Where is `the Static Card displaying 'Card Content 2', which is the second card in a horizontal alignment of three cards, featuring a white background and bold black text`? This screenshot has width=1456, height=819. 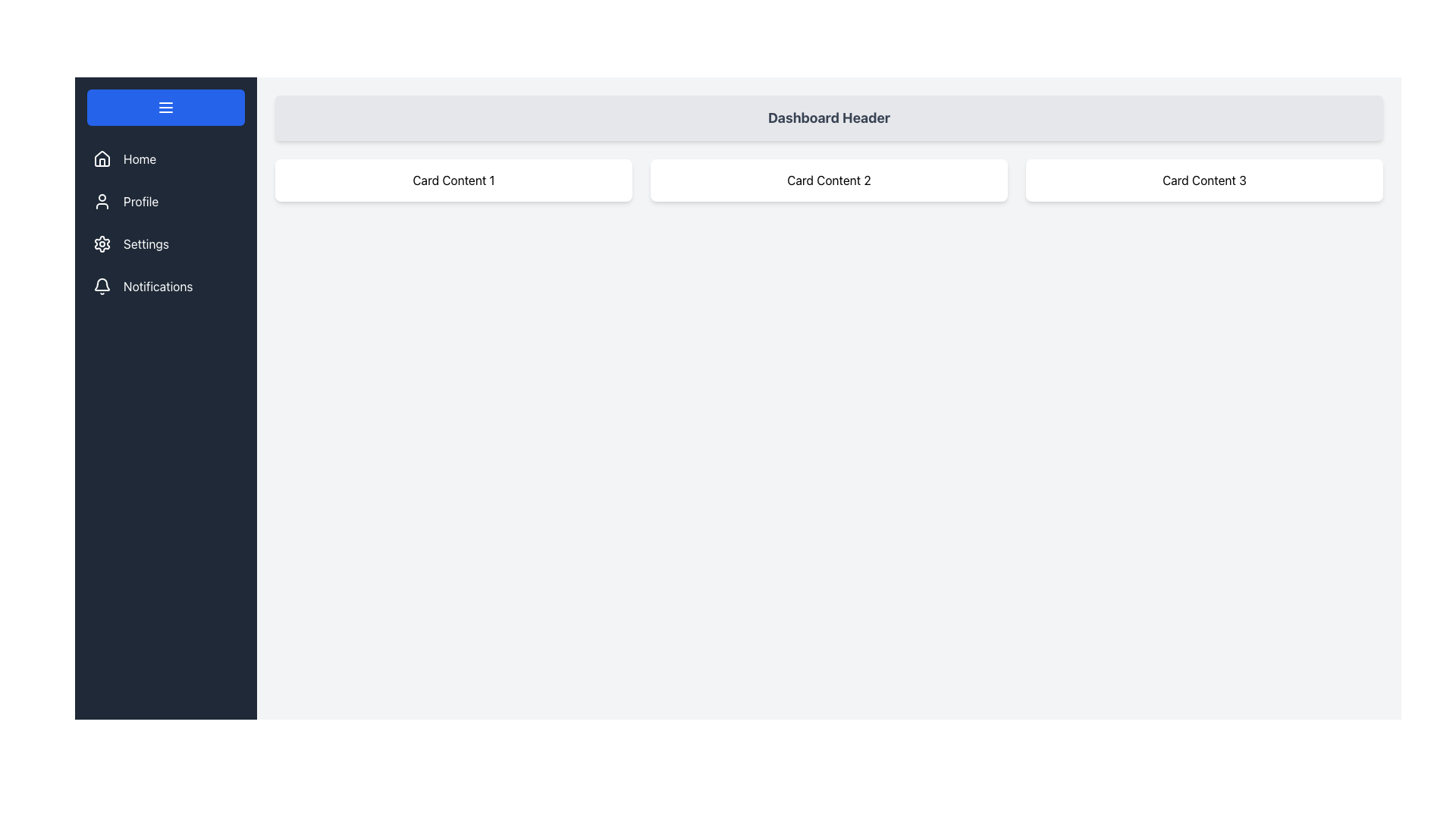
the Static Card displaying 'Card Content 2', which is the second card in a horizontal alignment of three cards, featuring a white background and bold black text is located at coordinates (828, 180).